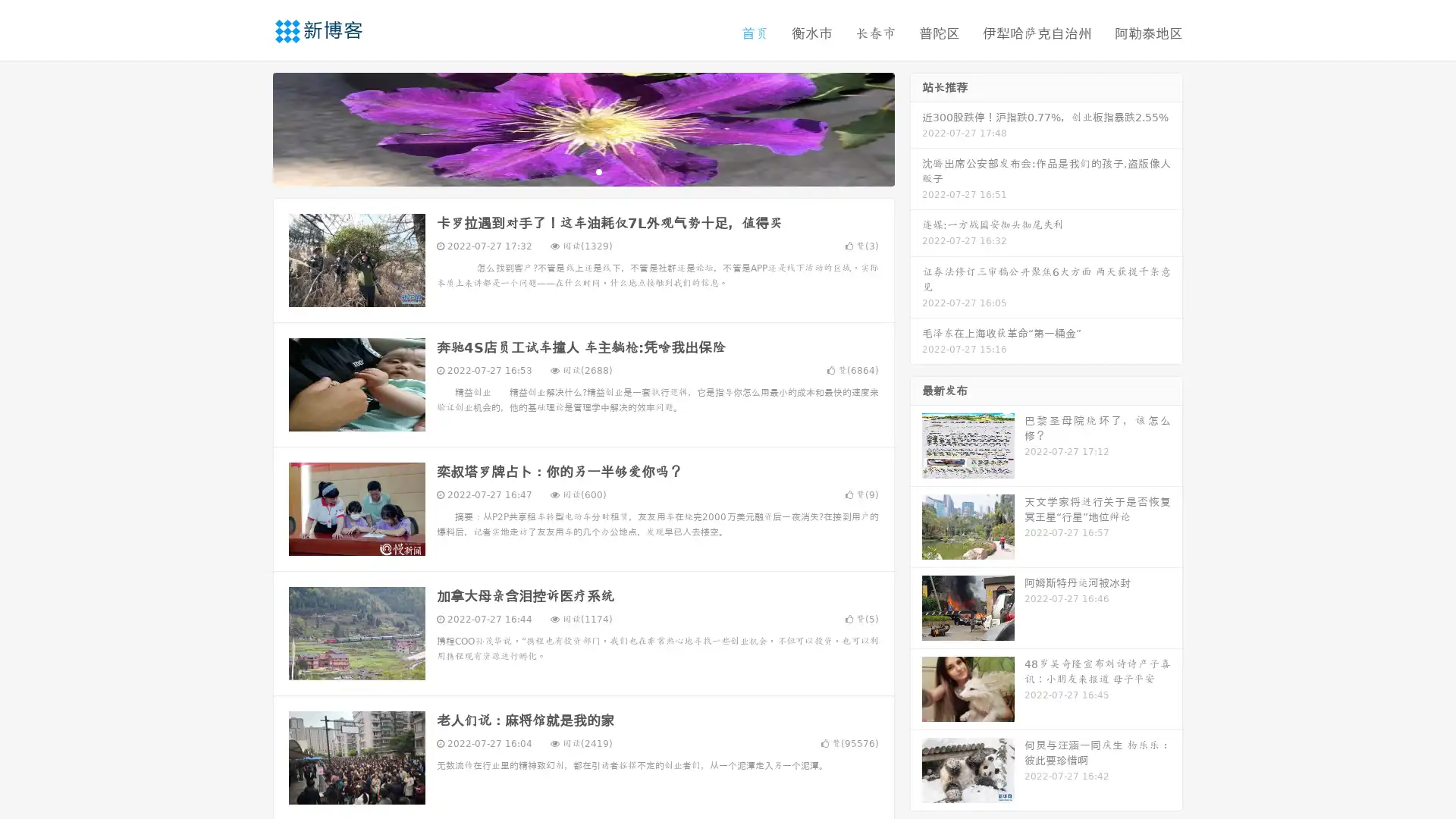 This screenshot has width=1456, height=819. I want to click on Previous slide, so click(250, 127).